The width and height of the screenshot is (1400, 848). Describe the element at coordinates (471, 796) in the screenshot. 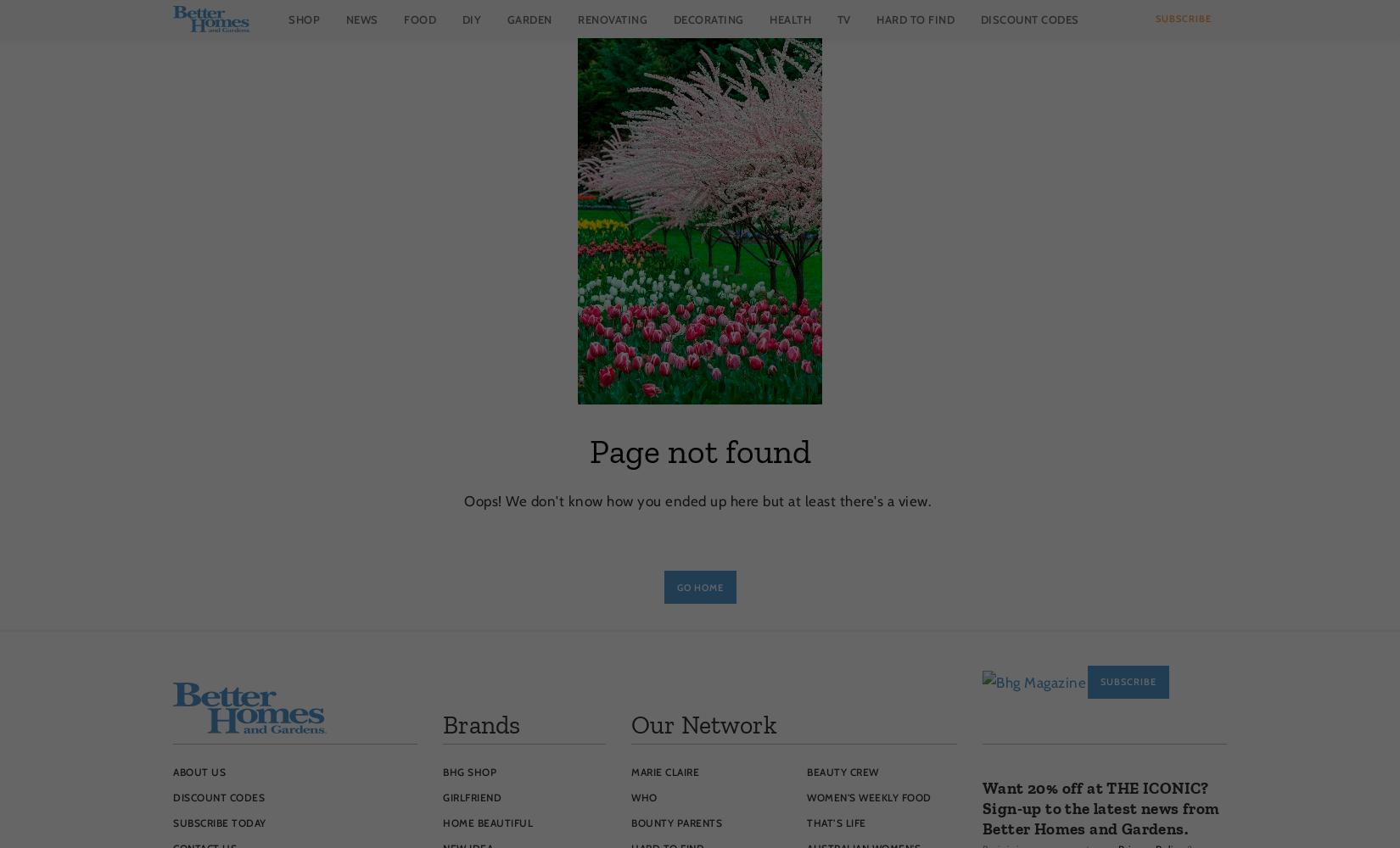

I see `'Girlfriend'` at that location.